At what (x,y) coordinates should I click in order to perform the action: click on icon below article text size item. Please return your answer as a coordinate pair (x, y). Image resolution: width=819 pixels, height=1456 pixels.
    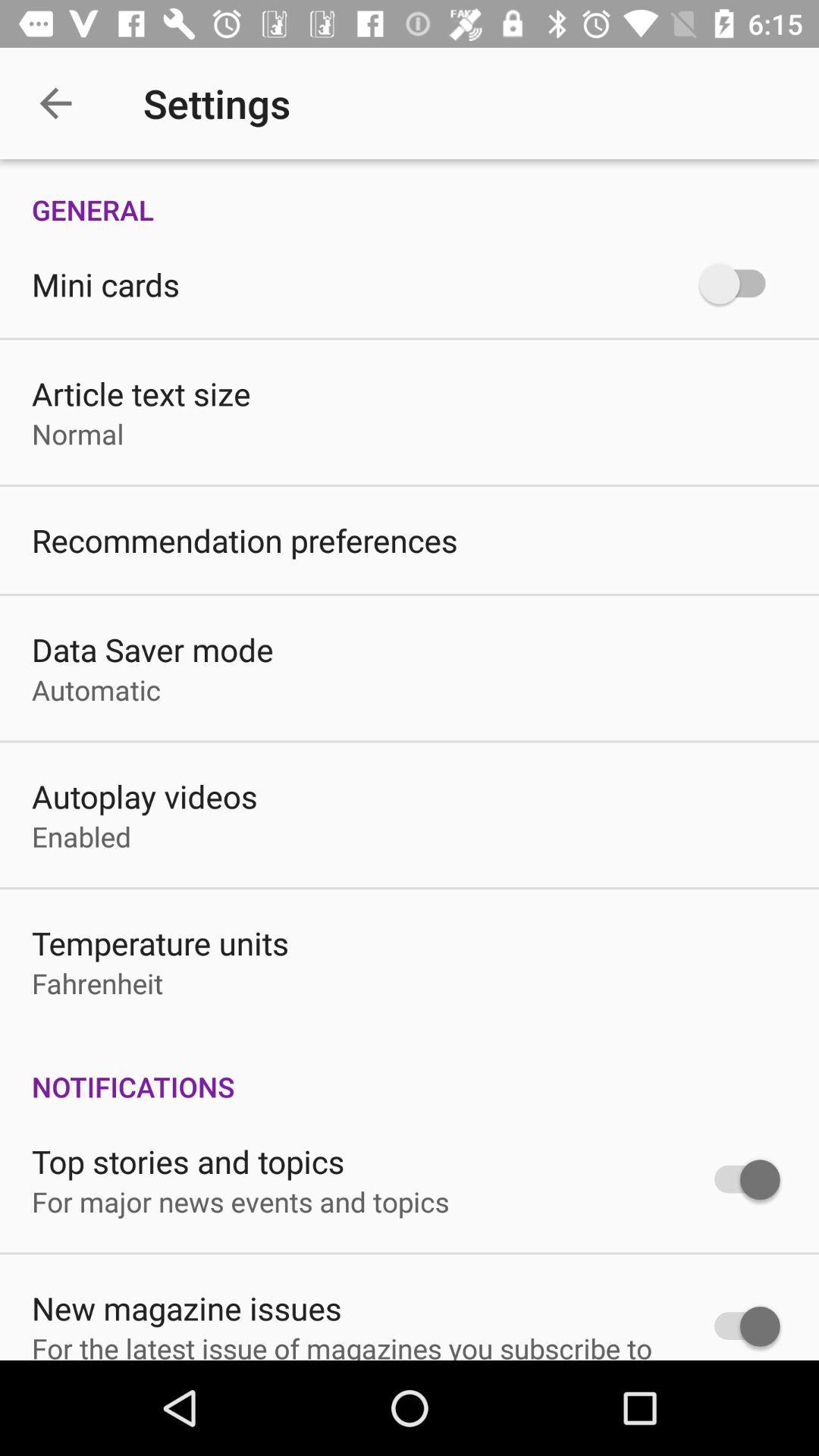
    Looking at the image, I should click on (77, 433).